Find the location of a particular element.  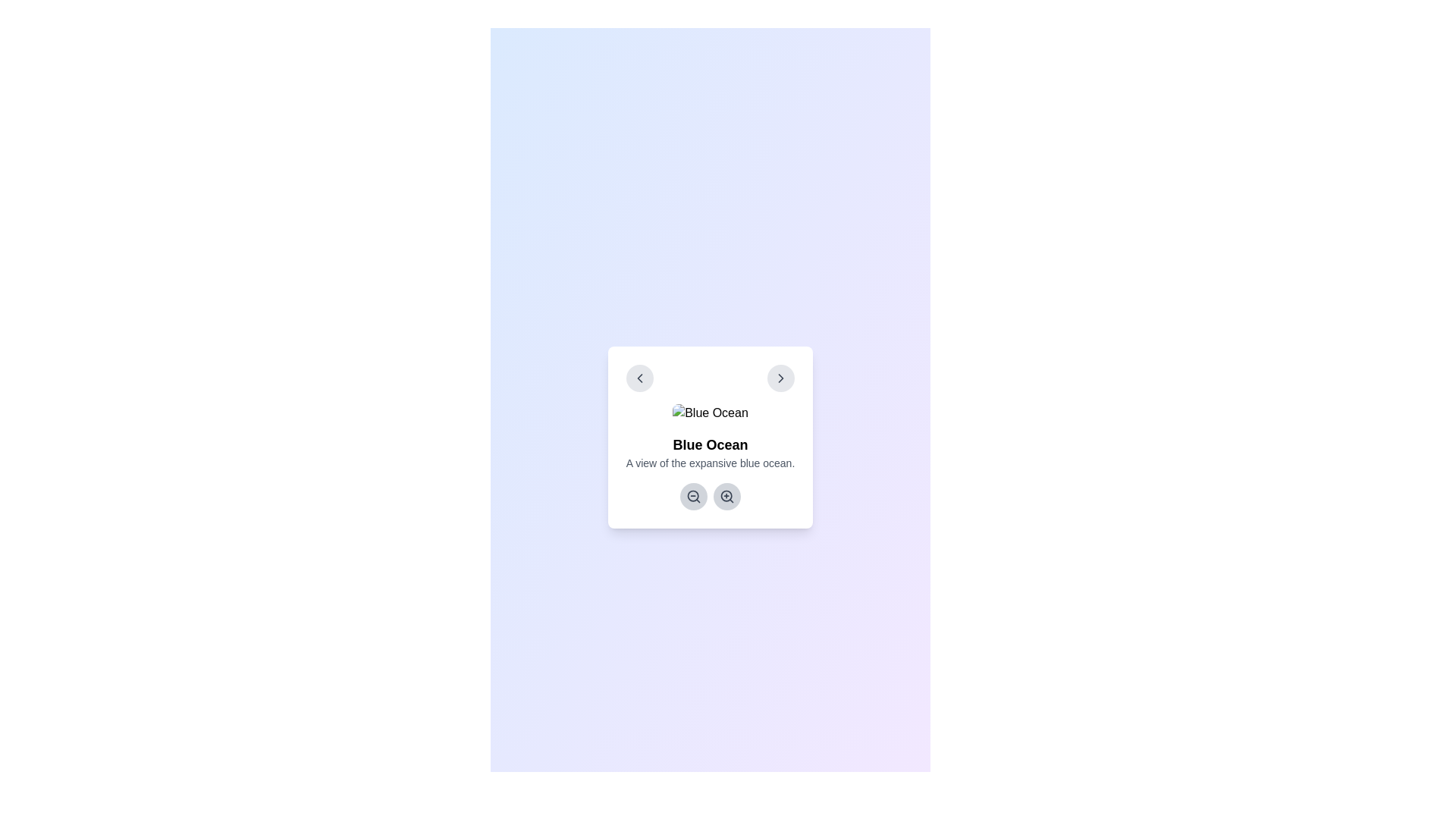

the Icon button (right chevron) located in the top-right corner of the card component is located at coordinates (781, 377).